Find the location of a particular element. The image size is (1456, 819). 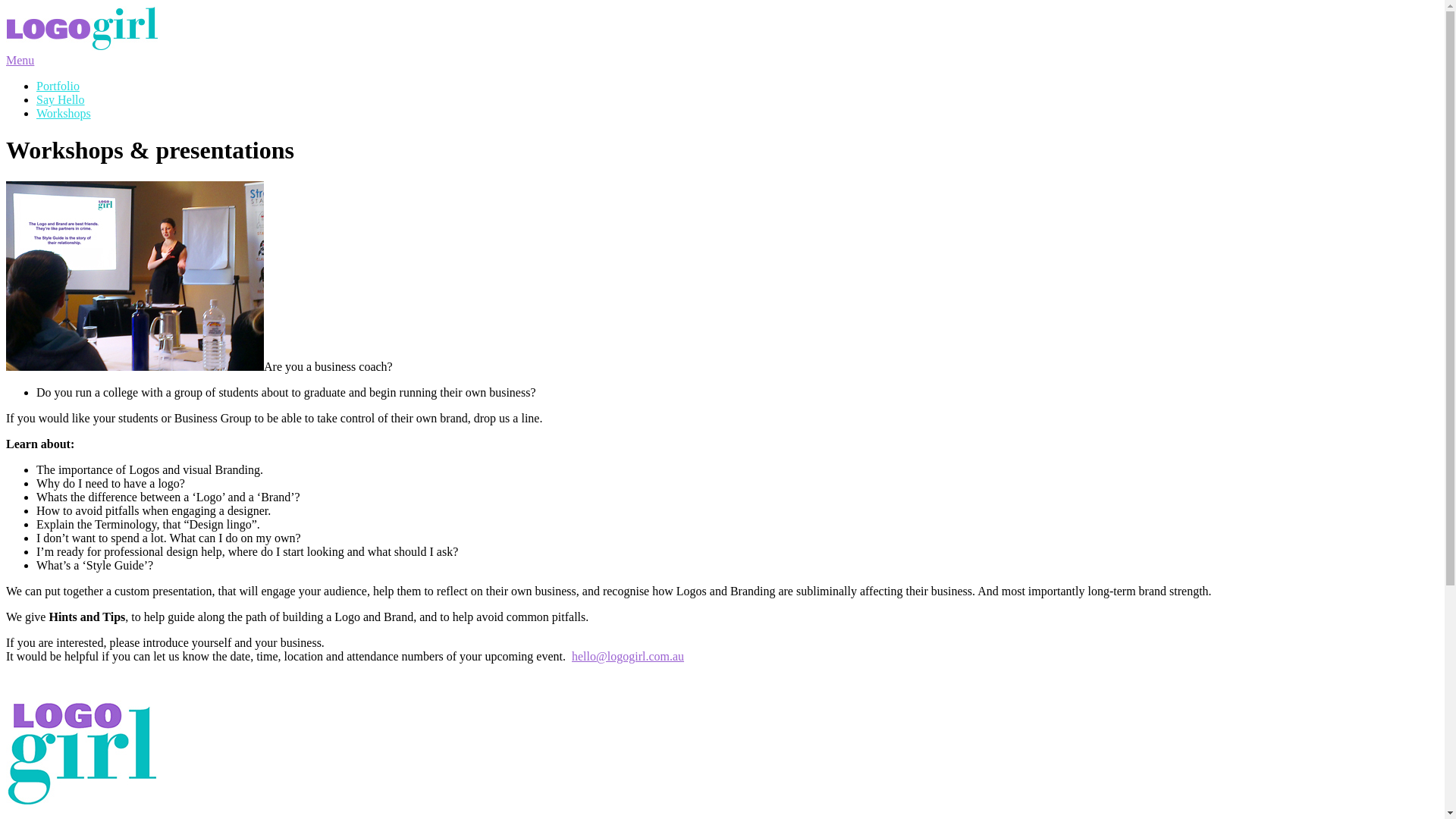

'Say Hello' is located at coordinates (36, 99).